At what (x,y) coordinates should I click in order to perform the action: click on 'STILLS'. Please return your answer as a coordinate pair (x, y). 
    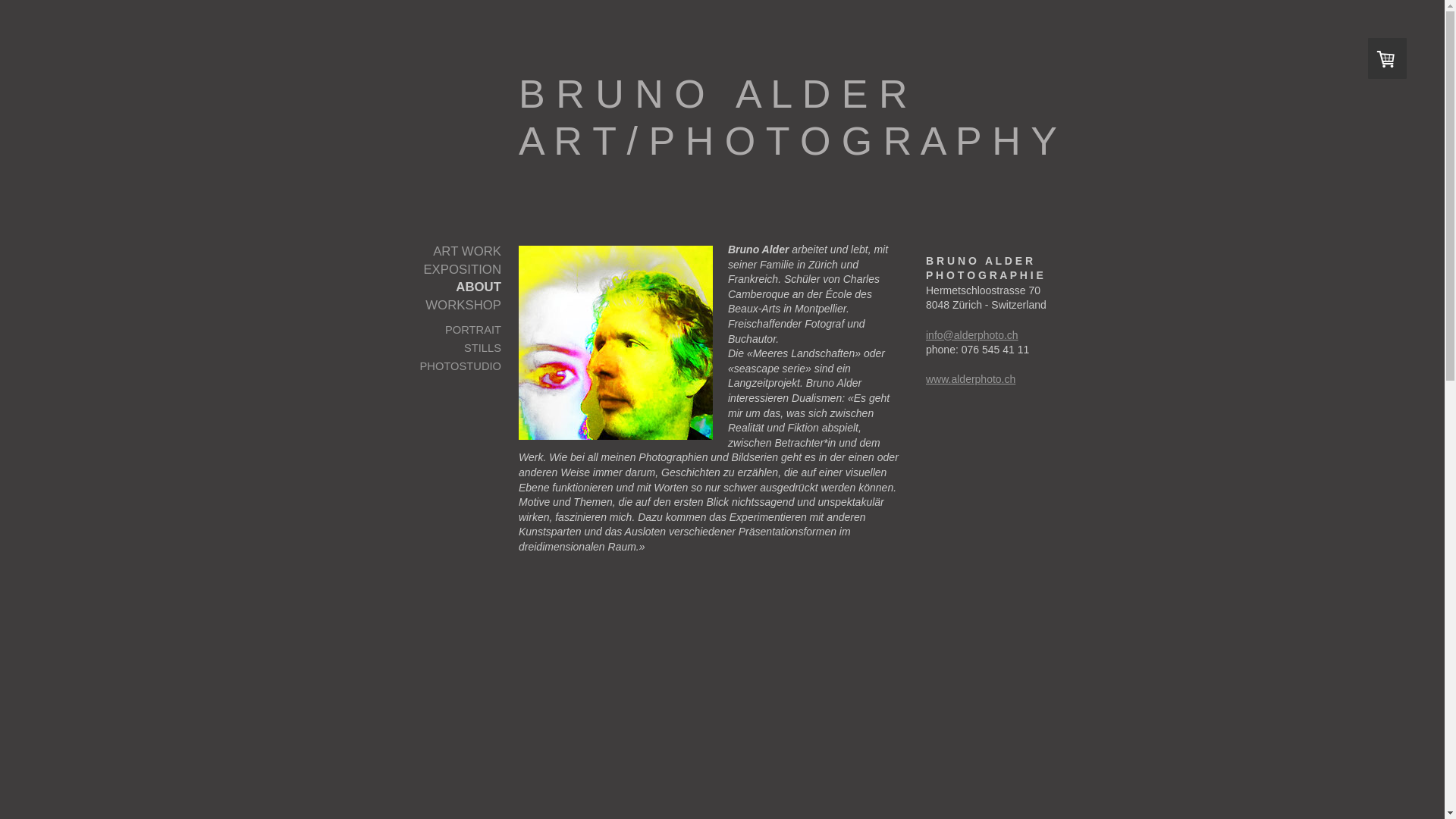
    Looking at the image, I should click on (435, 348).